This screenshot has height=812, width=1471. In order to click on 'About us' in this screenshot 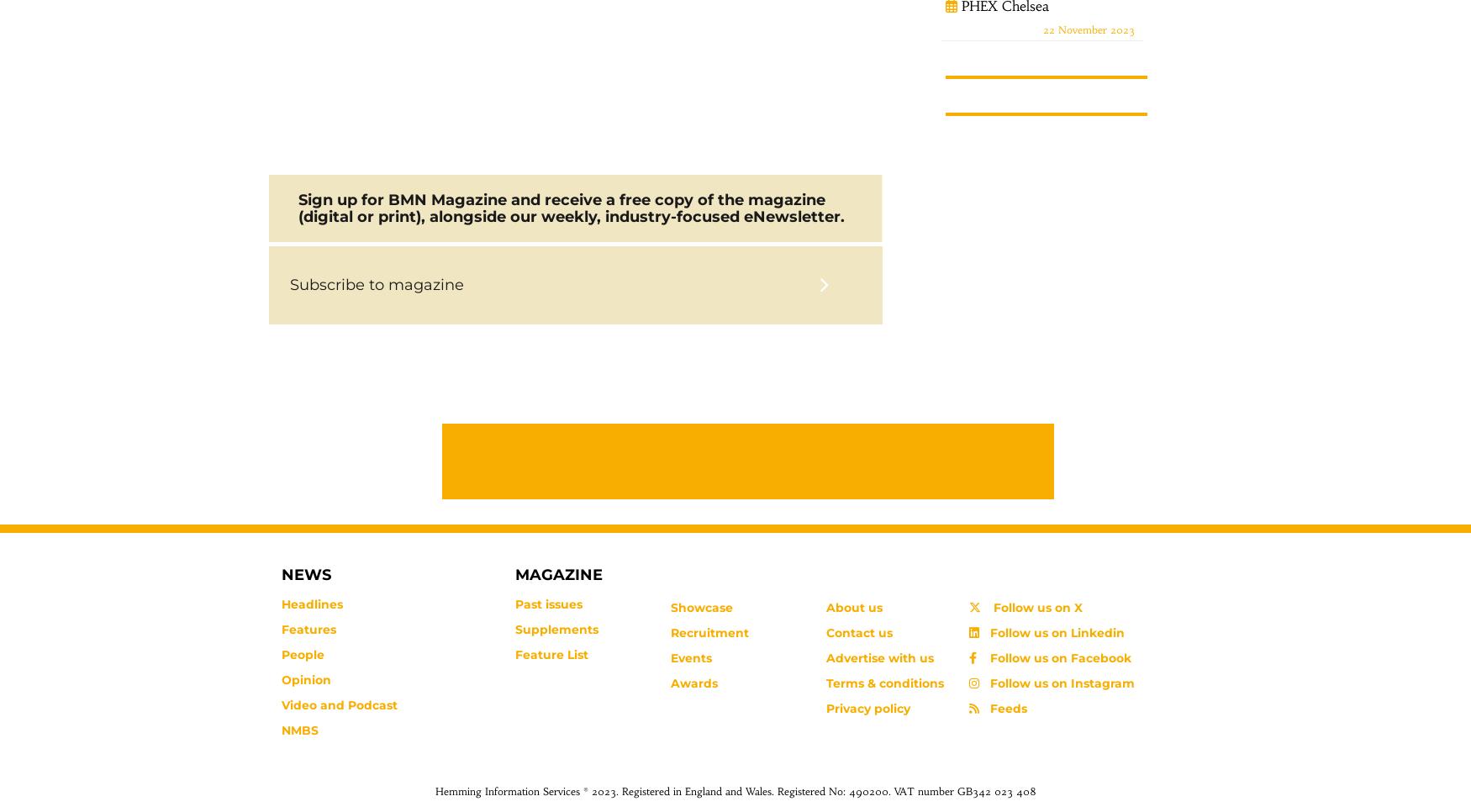, I will do `click(852, 606)`.